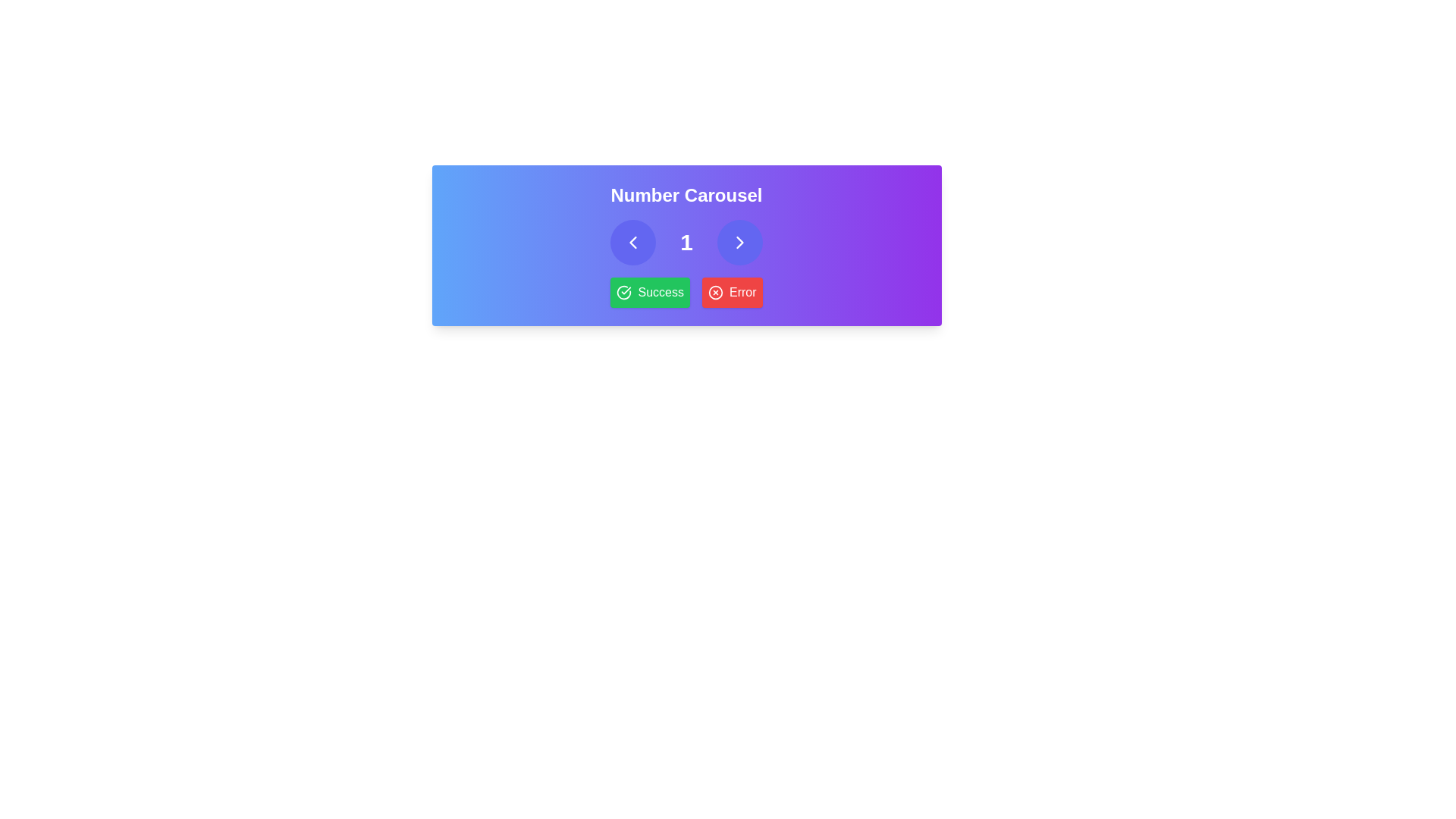  I want to click on the centered text label that reads 'Number Carousel' in large white bold font, which is positioned on a vibrant gradient background transitioning from blue to purple, so click(686, 195).